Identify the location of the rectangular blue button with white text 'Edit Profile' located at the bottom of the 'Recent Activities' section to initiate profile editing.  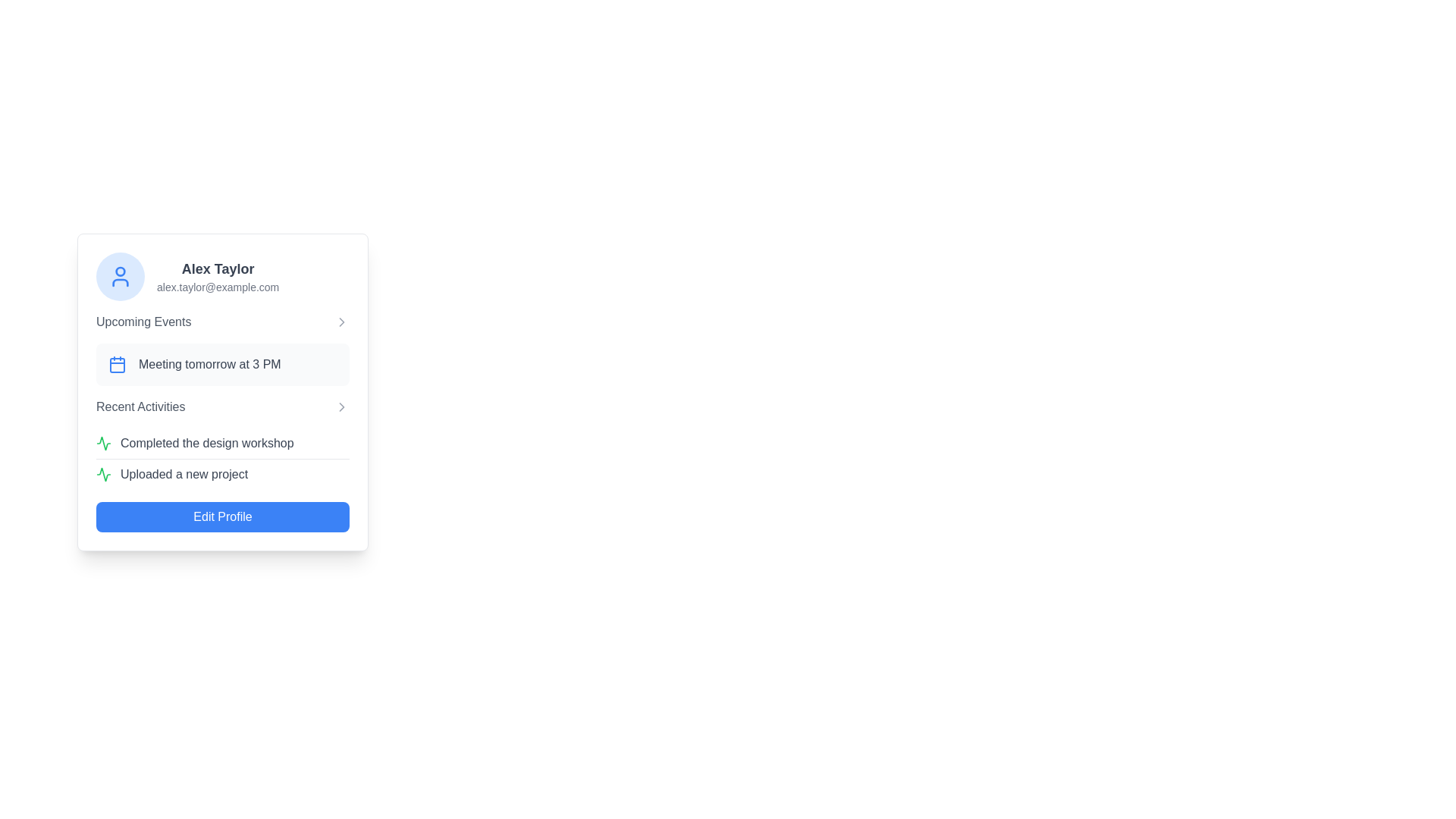
(221, 516).